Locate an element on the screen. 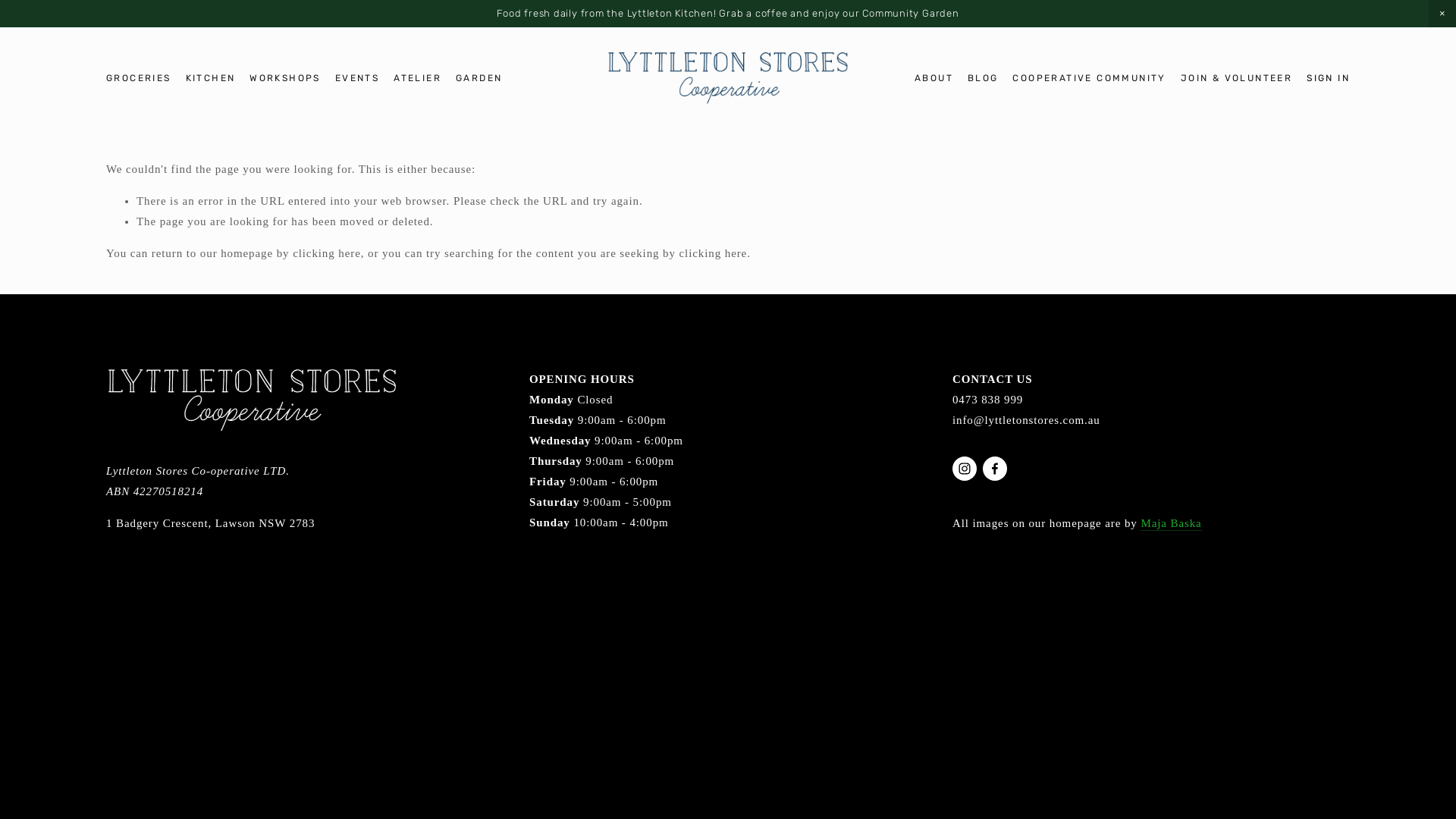  'Maja Baska' is located at coordinates (1170, 522).